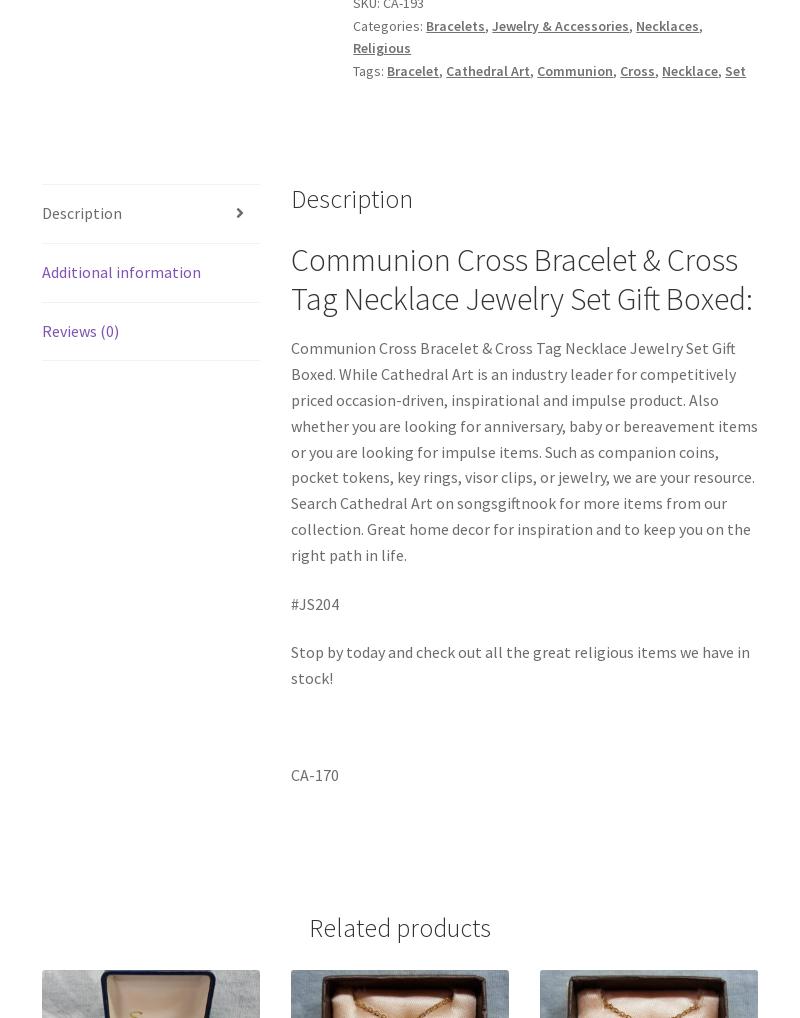  Describe the element at coordinates (454, 24) in the screenshot. I see `'Bracelets'` at that location.